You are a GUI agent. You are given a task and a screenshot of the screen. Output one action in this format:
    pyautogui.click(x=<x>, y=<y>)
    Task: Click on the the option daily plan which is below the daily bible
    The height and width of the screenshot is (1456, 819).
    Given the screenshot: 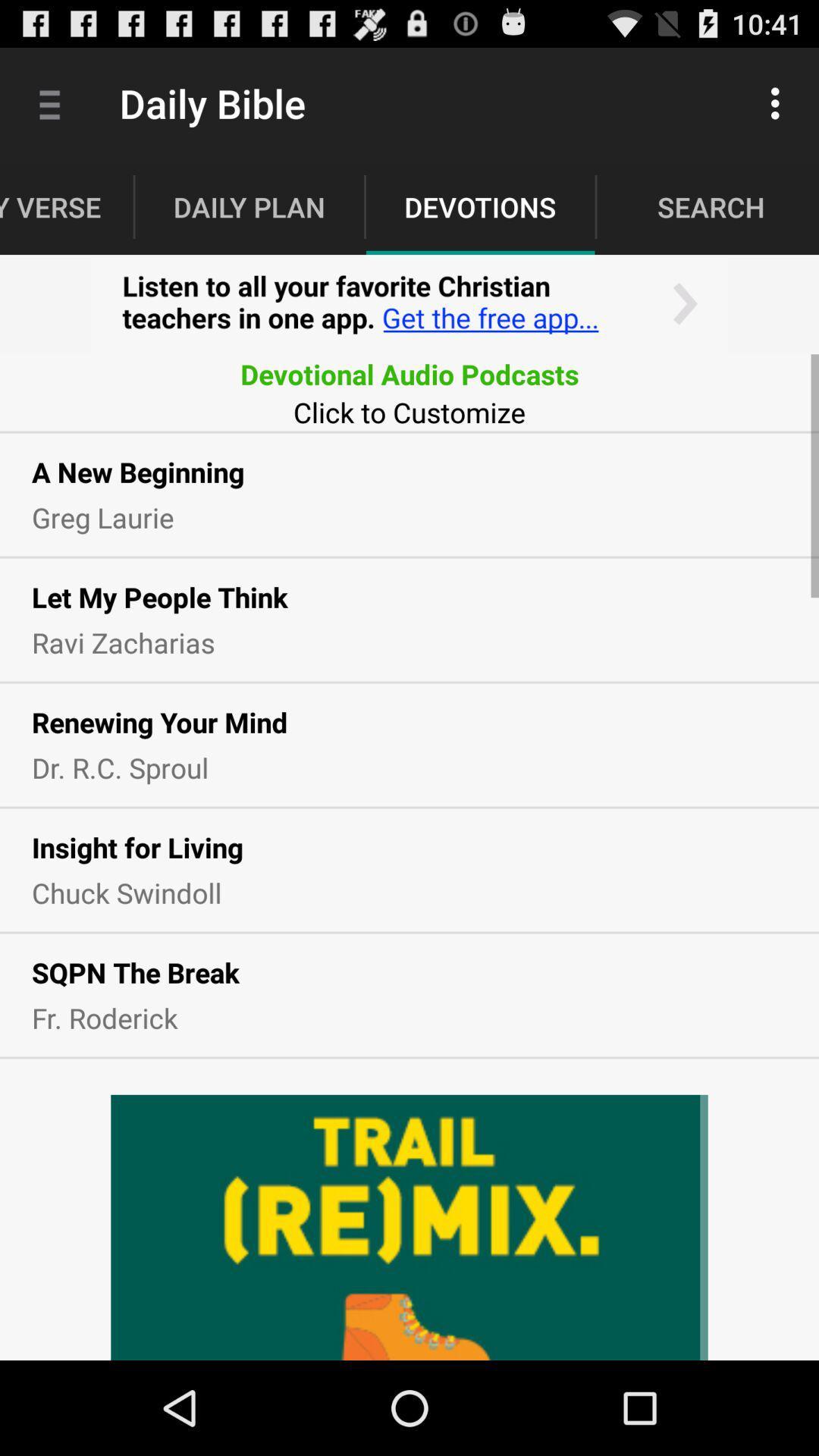 What is the action you would take?
    pyautogui.click(x=249, y=206)
    